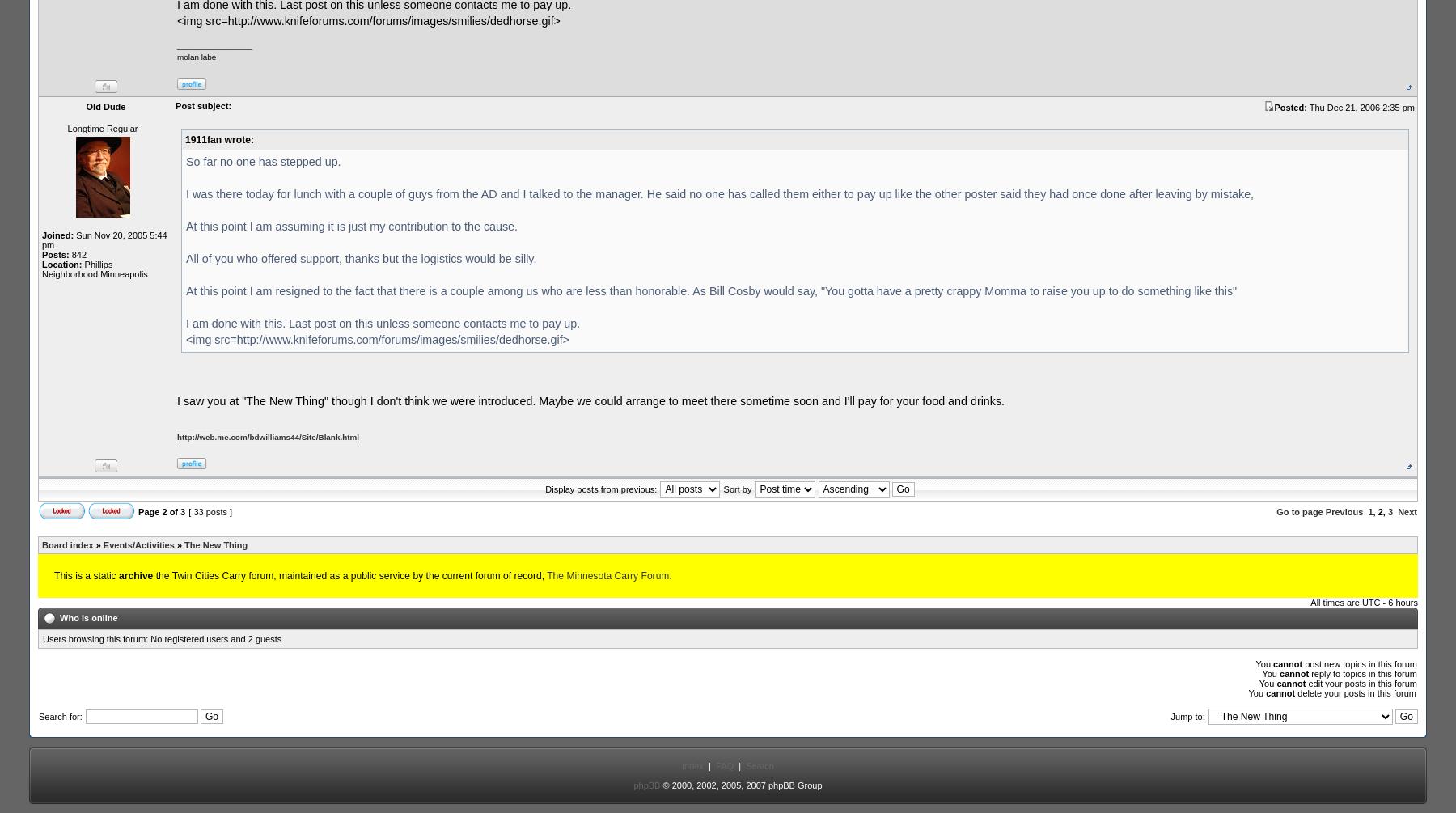 This screenshot has height=813, width=1456. Describe the element at coordinates (57, 234) in the screenshot. I see `'Joined:'` at that location.